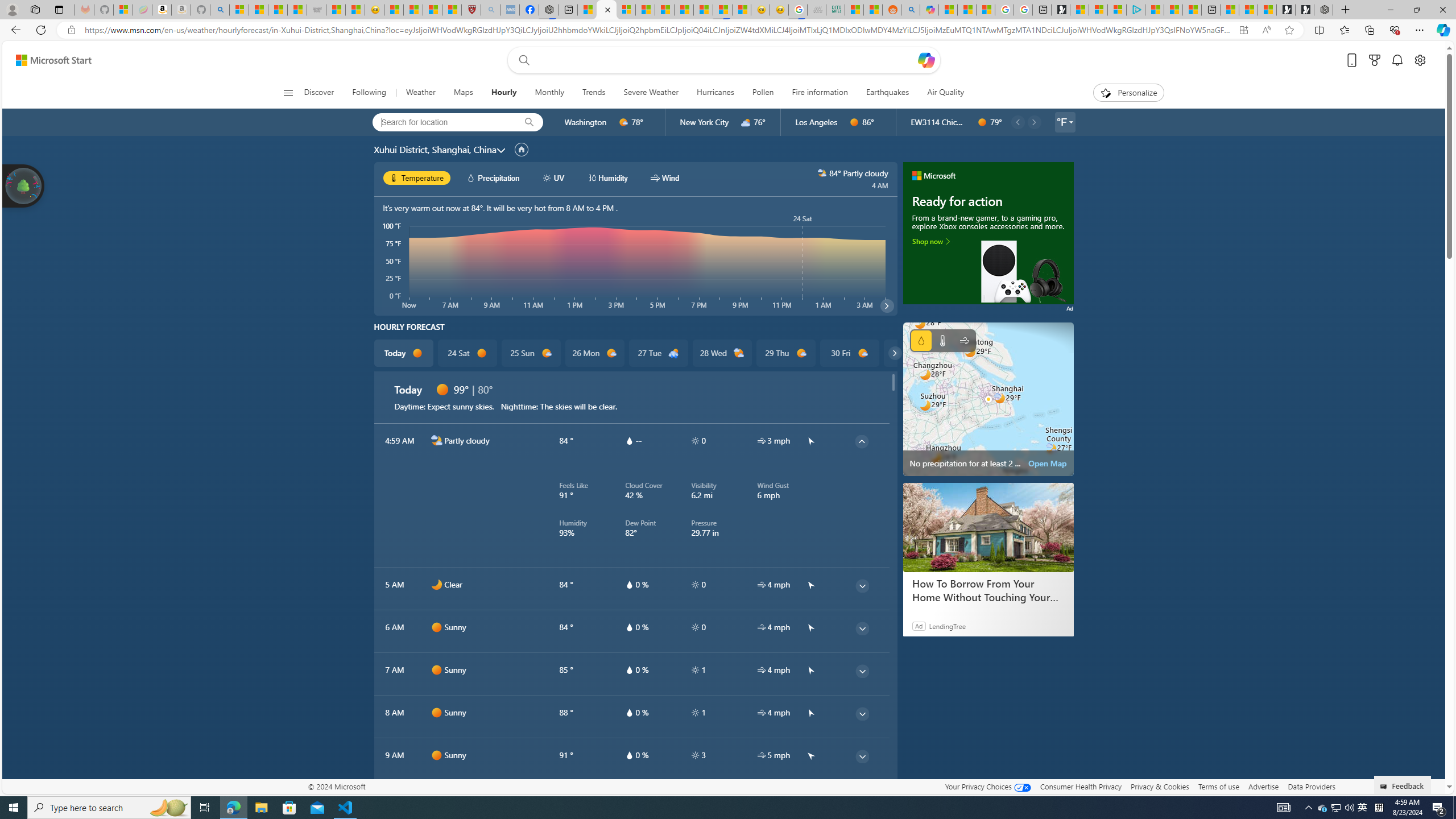  I want to click on 'Earthquakes', so click(888, 92).